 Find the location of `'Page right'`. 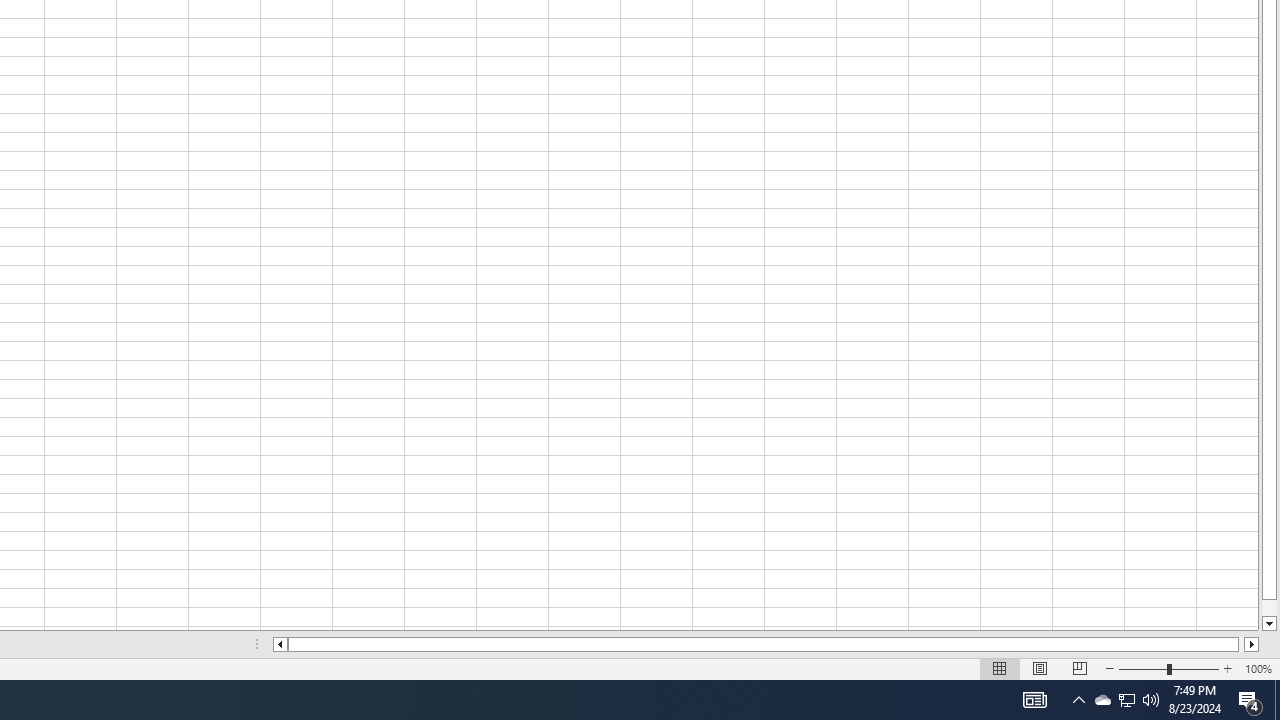

'Page right' is located at coordinates (1240, 644).